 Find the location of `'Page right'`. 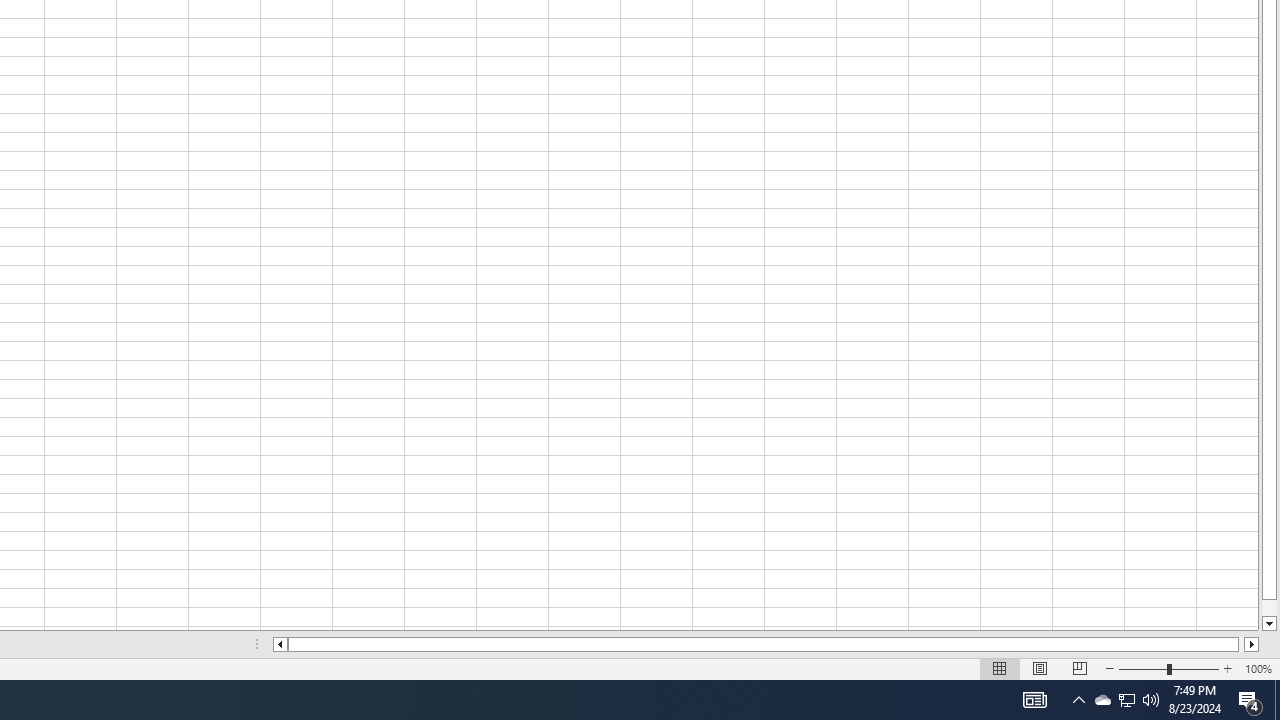

'Page right' is located at coordinates (1240, 644).